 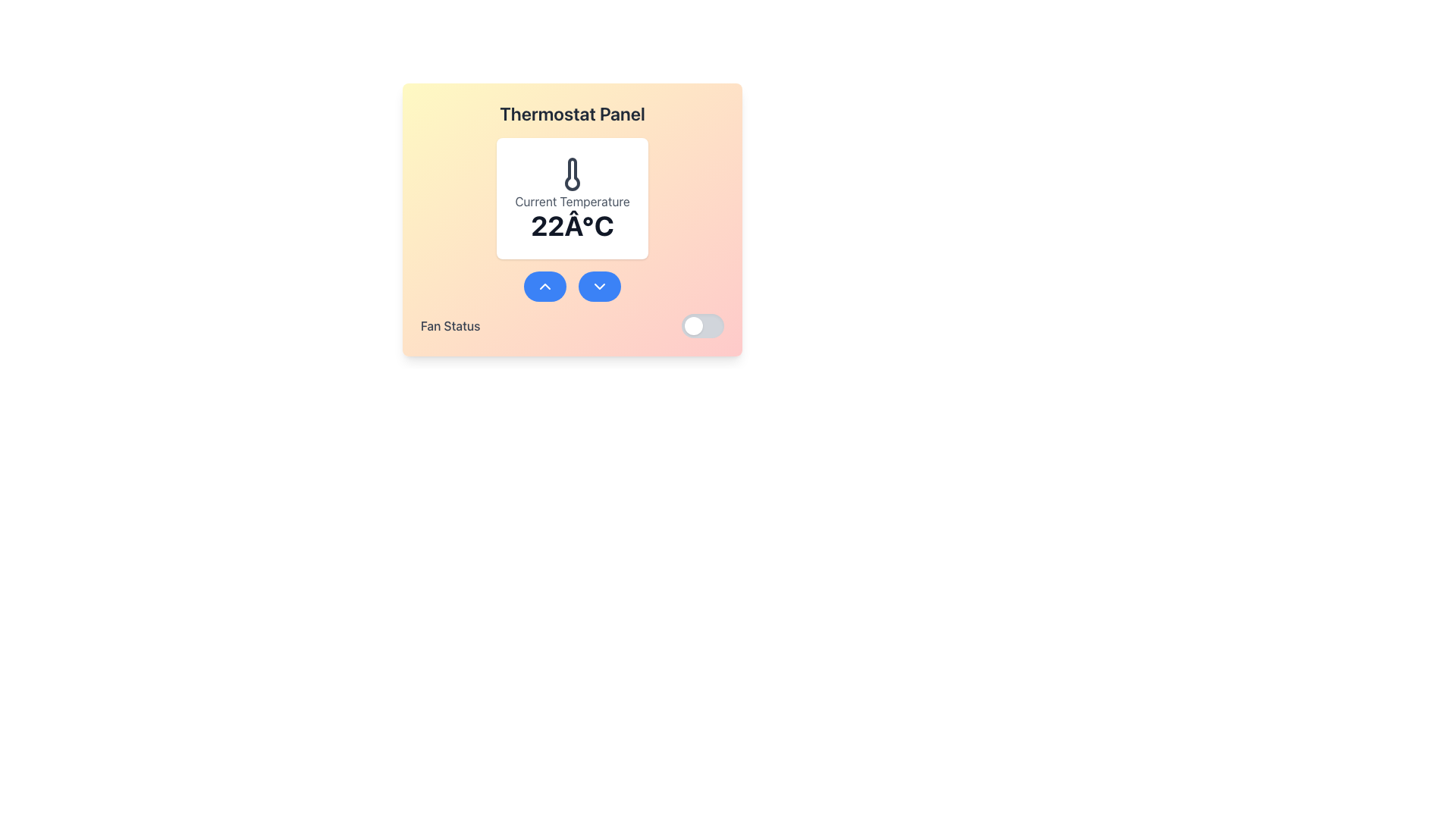 I want to click on the left button of the dual button component, so click(x=571, y=287).